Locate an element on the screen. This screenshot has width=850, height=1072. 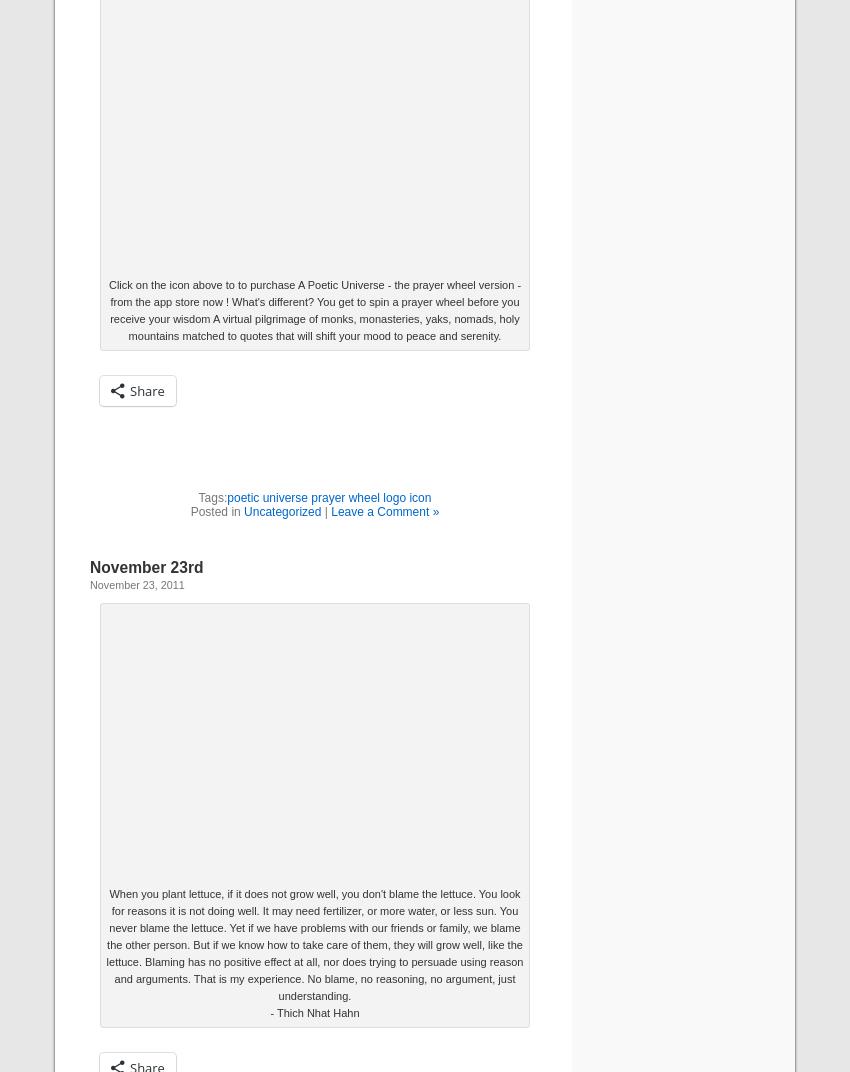
'poetic universe prayer wheel logo icon' is located at coordinates (329, 496).